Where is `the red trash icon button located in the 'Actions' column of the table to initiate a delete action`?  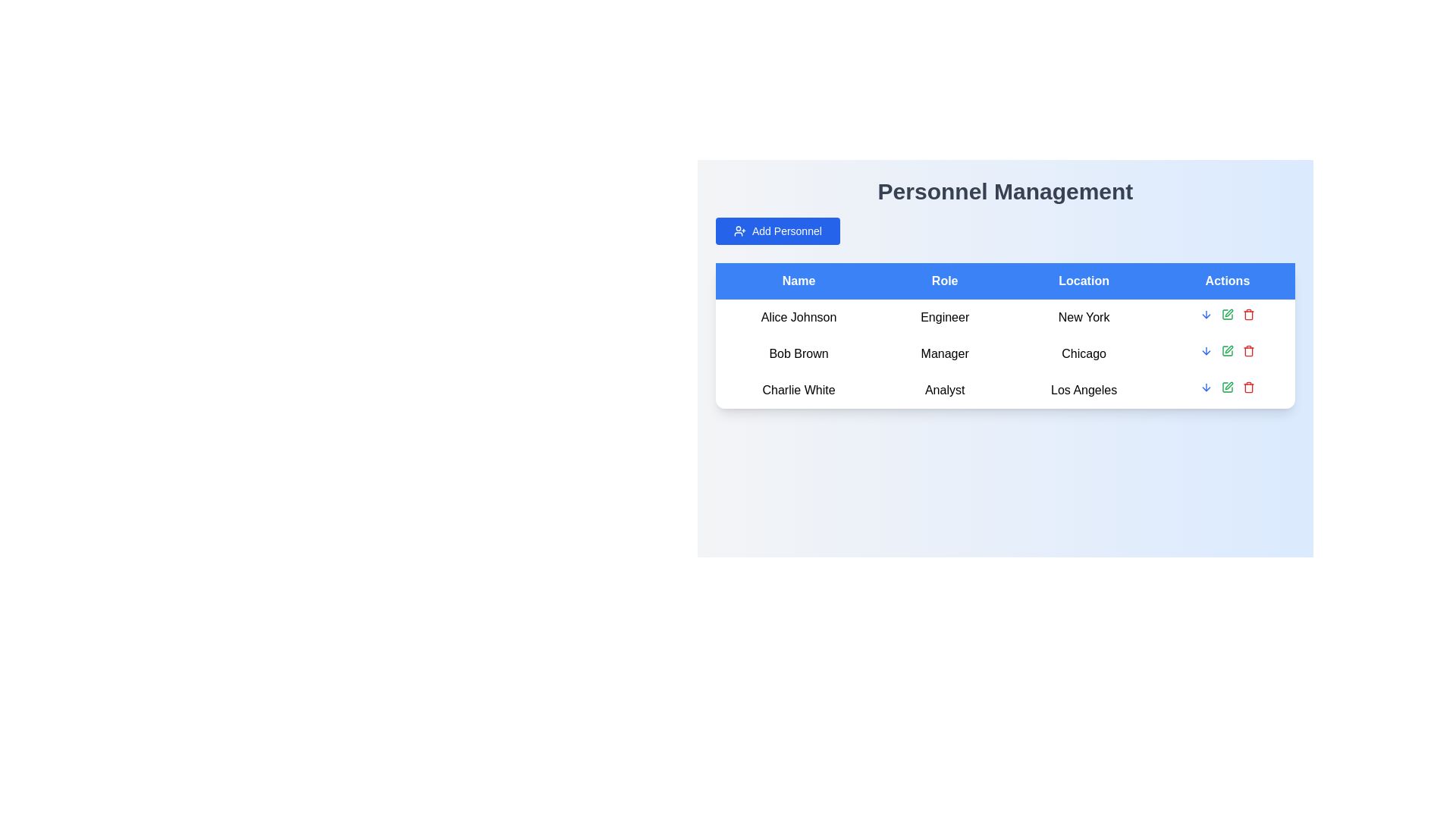 the red trash icon button located in the 'Actions' column of the table to initiate a delete action is located at coordinates (1248, 314).